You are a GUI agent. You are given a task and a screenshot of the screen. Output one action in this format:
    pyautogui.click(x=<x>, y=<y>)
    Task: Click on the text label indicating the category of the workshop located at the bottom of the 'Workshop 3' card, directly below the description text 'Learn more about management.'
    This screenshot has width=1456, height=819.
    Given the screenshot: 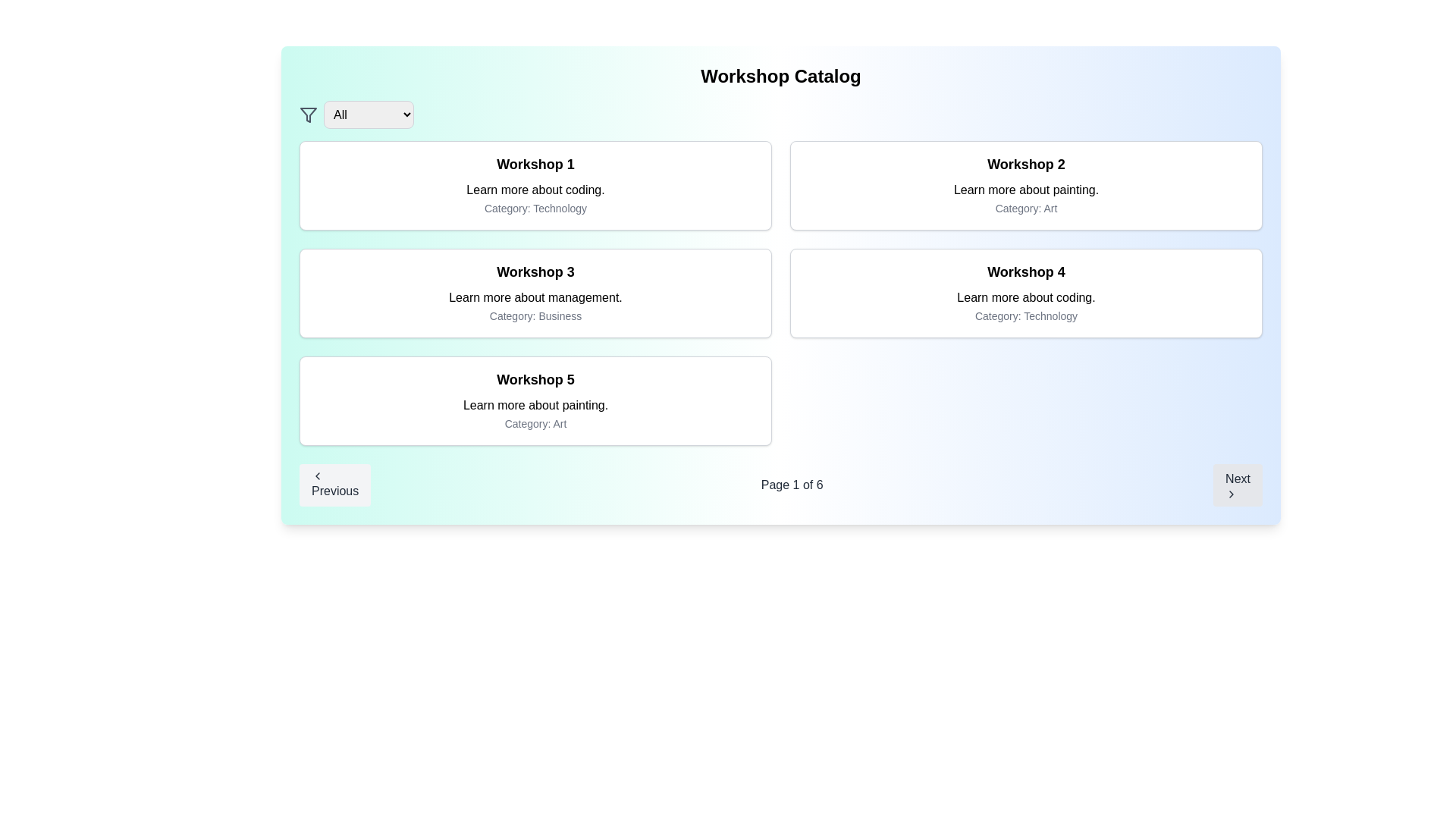 What is the action you would take?
    pyautogui.click(x=535, y=315)
    